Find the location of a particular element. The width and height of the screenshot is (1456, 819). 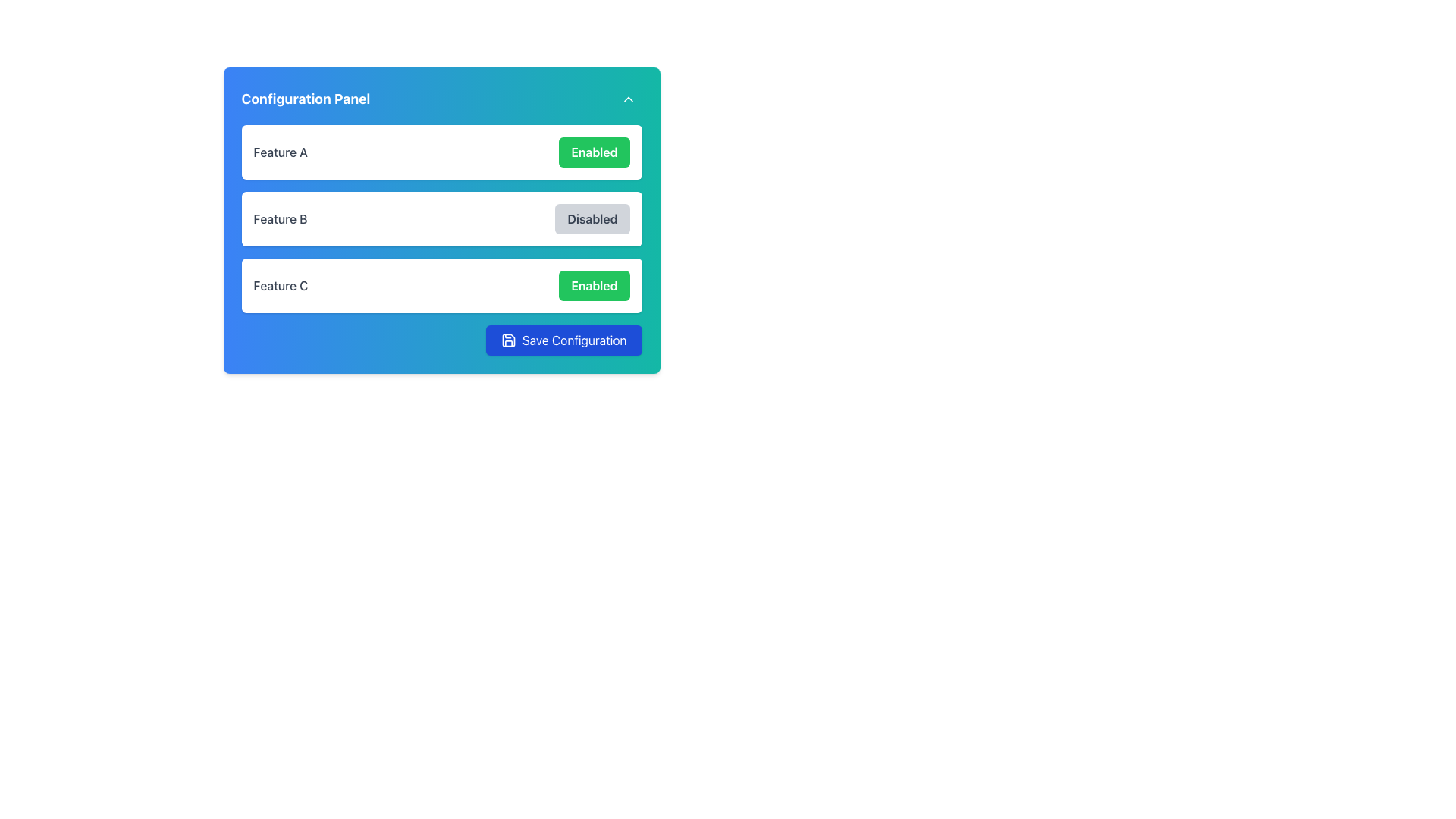

the 'Save Configuration' button, which is styled with a bold white font on a blue background and includes a save icon on its left side, located in the bottom-right corner of the configuration options panel is located at coordinates (573, 339).